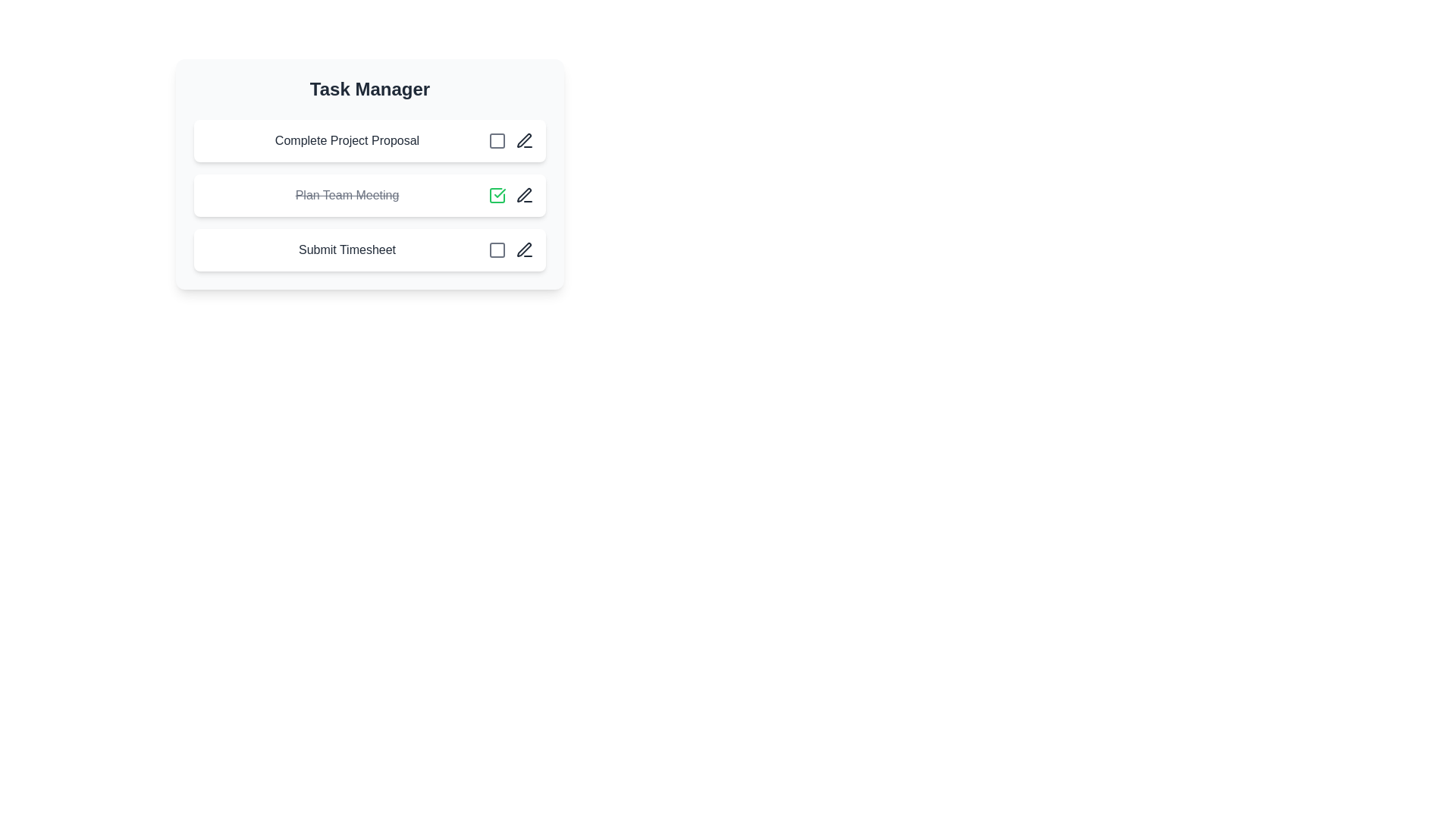 The width and height of the screenshot is (1456, 819). I want to click on the checkmark icon located to the right of the task text 'Plan Team Meeting' to mark the task as completed, so click(510, 195).